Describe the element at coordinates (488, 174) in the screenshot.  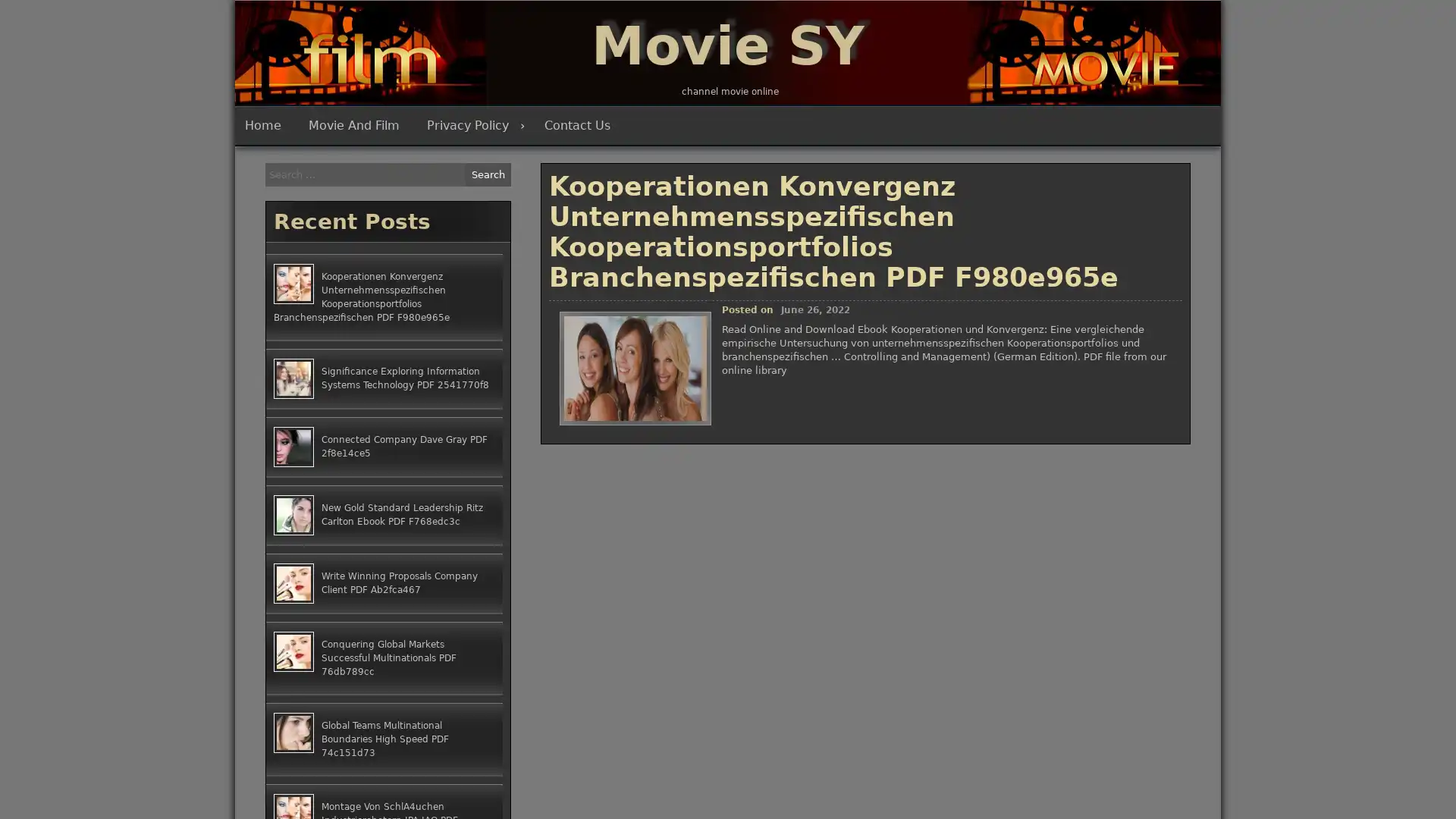
I see `Search` at that location.